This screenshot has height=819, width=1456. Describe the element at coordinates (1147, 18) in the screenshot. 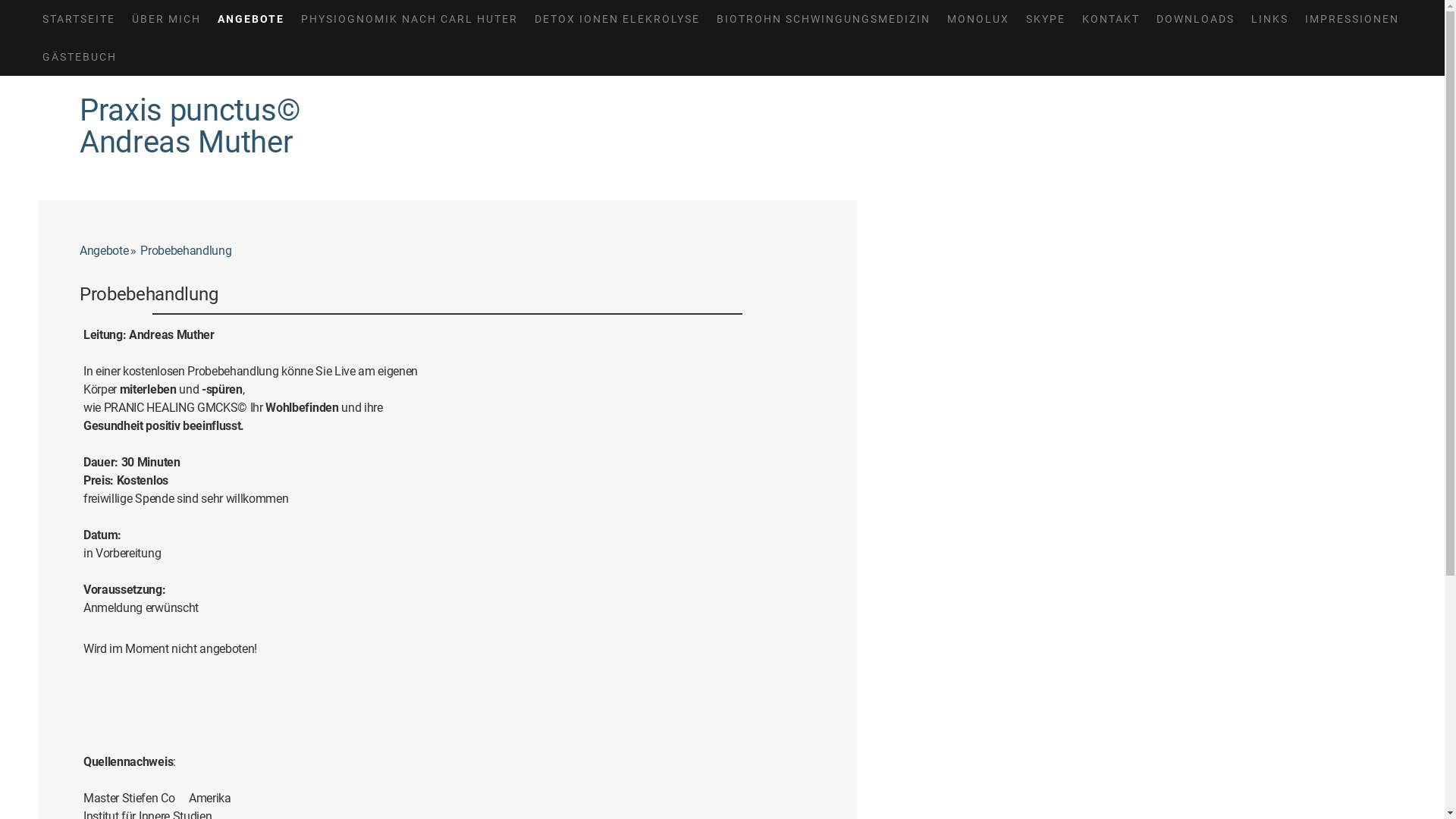

I see `'DOWNLOADS'` at that location.